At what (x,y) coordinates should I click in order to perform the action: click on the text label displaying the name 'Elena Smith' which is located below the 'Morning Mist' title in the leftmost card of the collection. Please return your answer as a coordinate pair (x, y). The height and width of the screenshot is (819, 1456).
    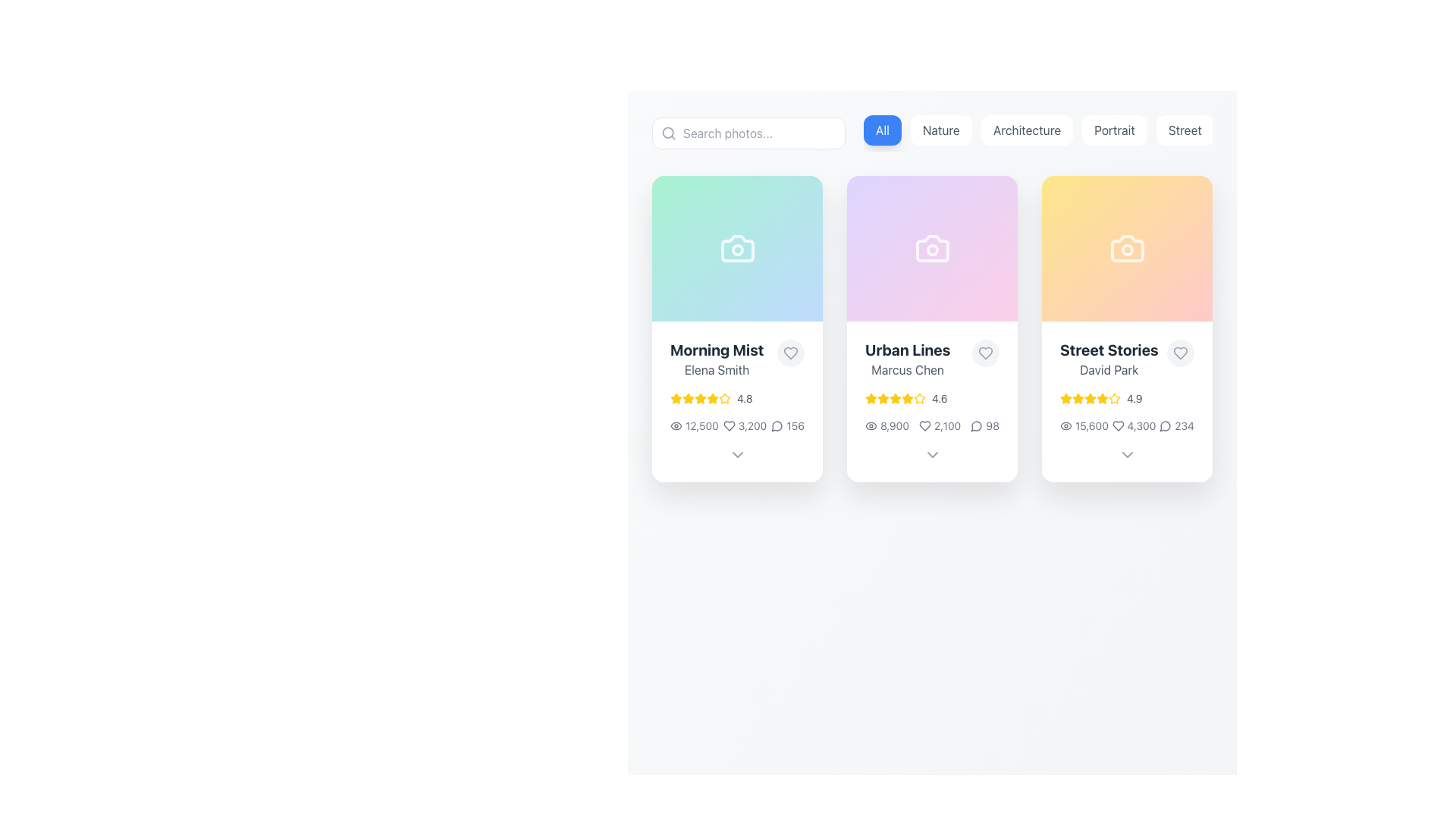
    Looking at the image, I should click on (716, 370).